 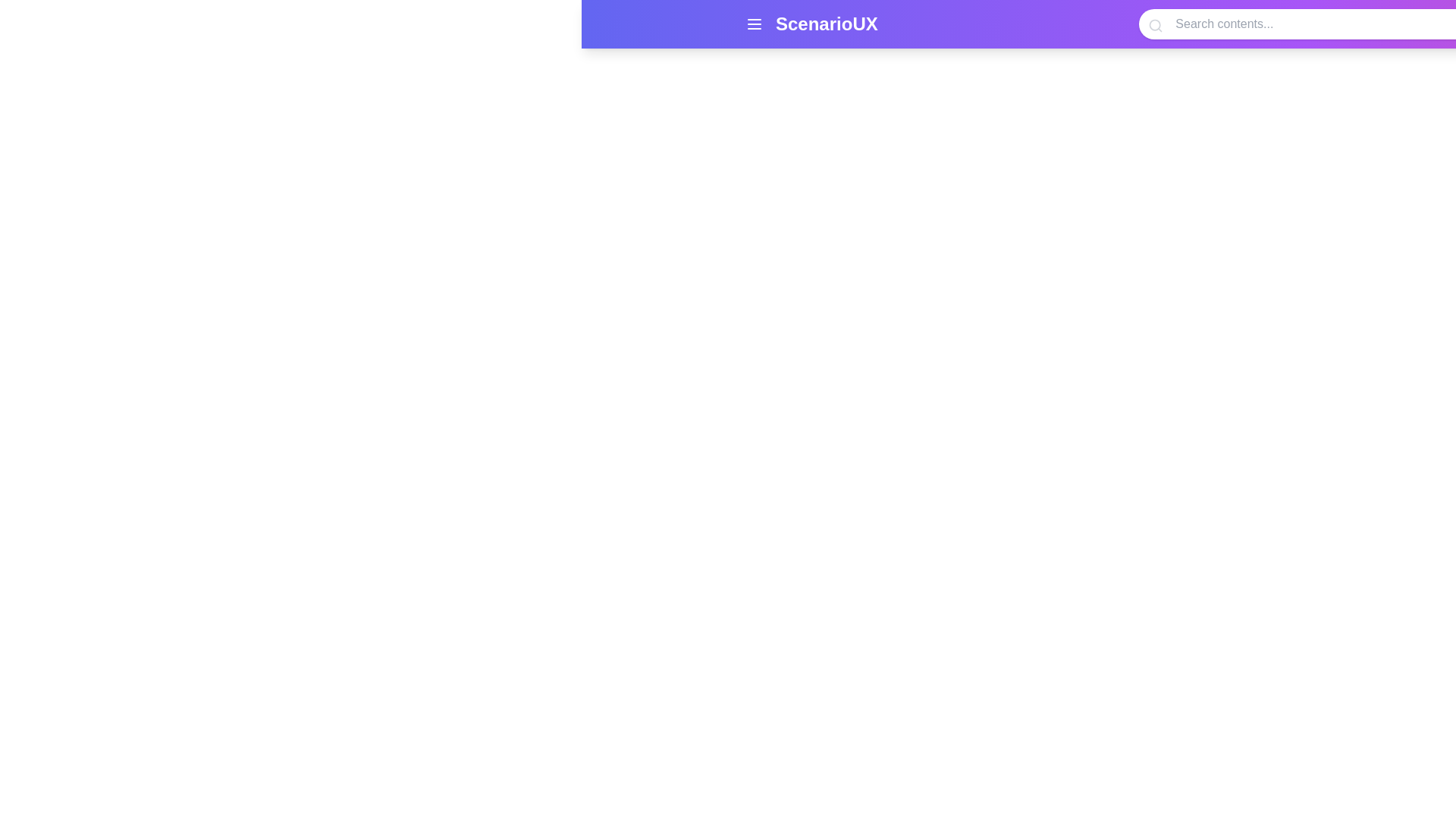 What do you see at coordinates (754, 24) in the screenshot?
I see `the SVG menu button located on the left side of the purple header bar, adjacent to the 'ScenarioUX' text` at bounding box center [754, 24].